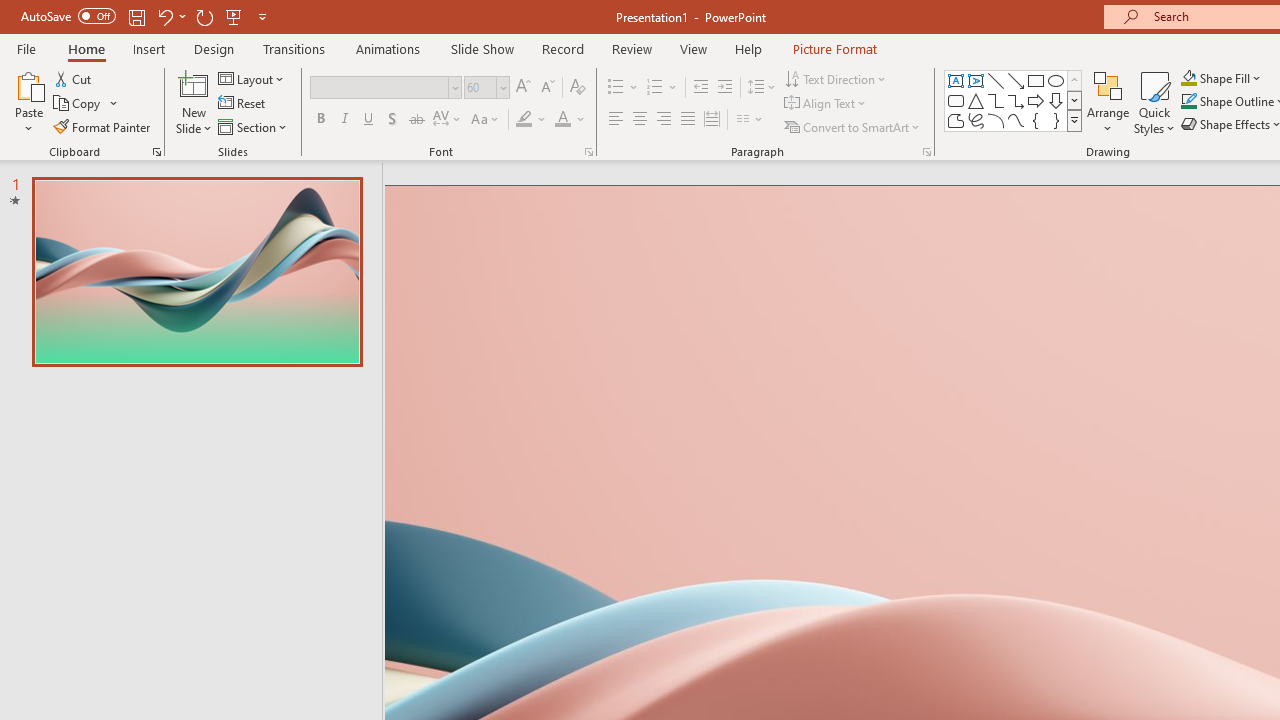 The image size is (1280, 720). Describe the element at coordinates (547, 86) in the screenshot. I see `'Decrease Font Size'` at that location.